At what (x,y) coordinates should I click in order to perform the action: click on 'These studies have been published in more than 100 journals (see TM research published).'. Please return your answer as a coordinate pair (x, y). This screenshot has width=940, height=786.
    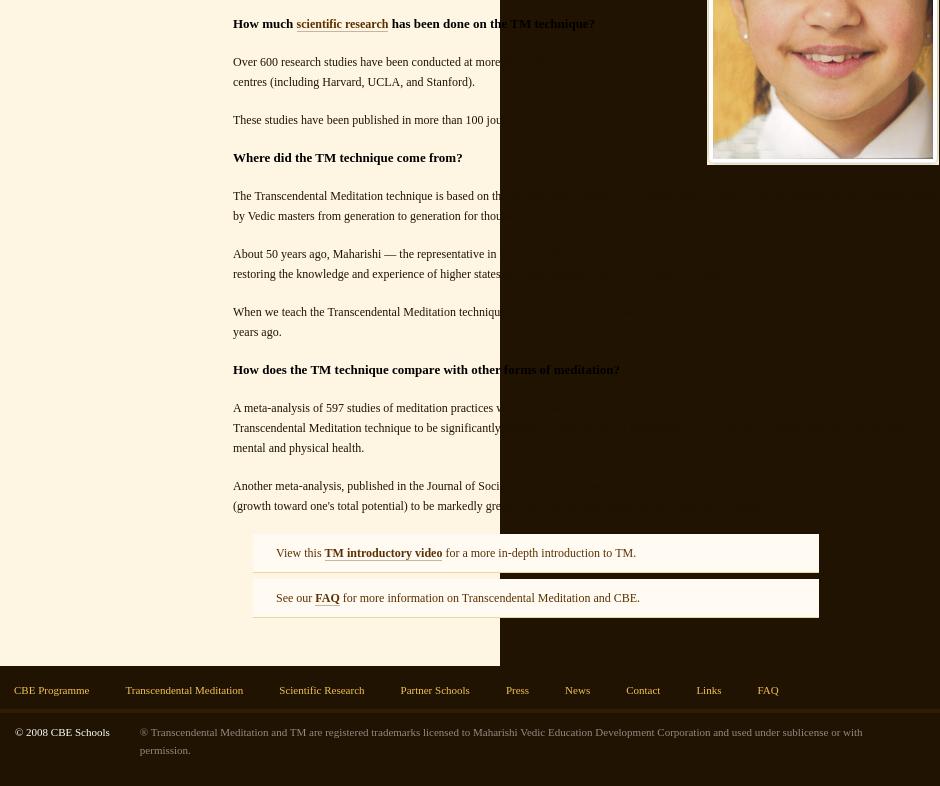
    Looking at the image, I should click on (449, 119).